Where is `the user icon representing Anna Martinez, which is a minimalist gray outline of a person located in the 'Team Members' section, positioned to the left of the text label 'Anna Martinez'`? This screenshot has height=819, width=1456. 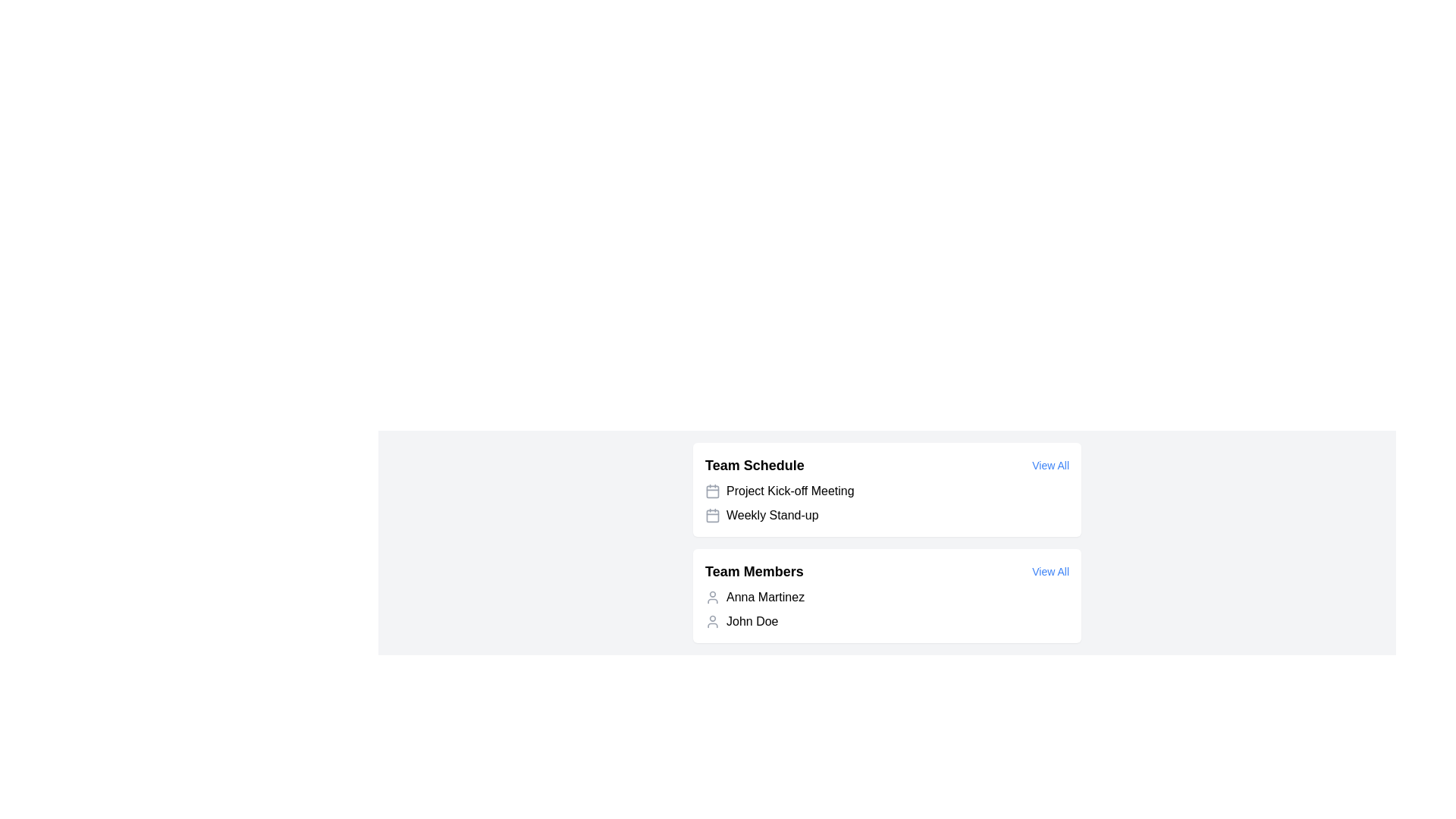
the user icon representing Anna Martinez, which is a minimalist gray outline of a person located in the 'Team Members' section, positioned to the left of the text label 'Anna Martinez' is located at coordinates (712, 596).